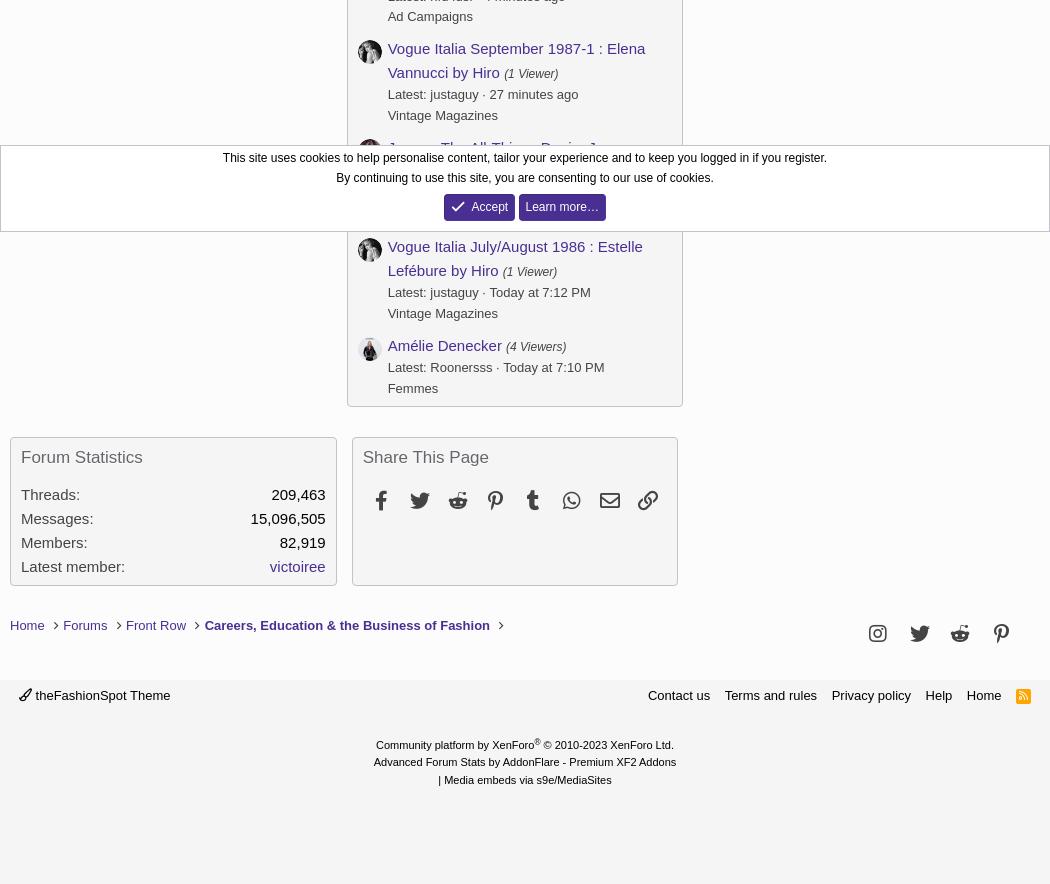  Describe the element at coordinates (471, 204) in the screenshot. I see `'Accept'` at that location.